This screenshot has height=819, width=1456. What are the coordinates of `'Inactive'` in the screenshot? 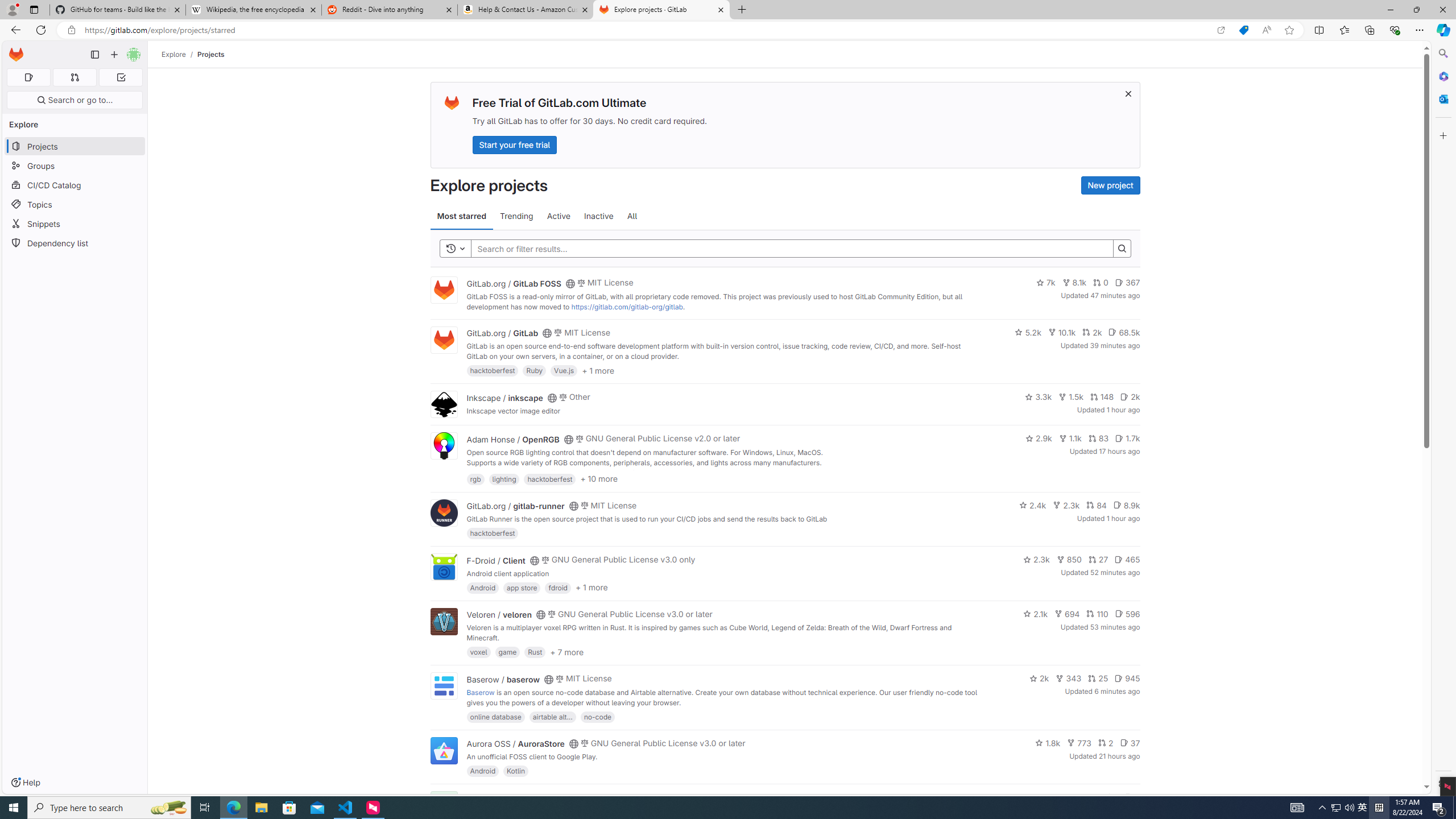 It's located at (598, 216).